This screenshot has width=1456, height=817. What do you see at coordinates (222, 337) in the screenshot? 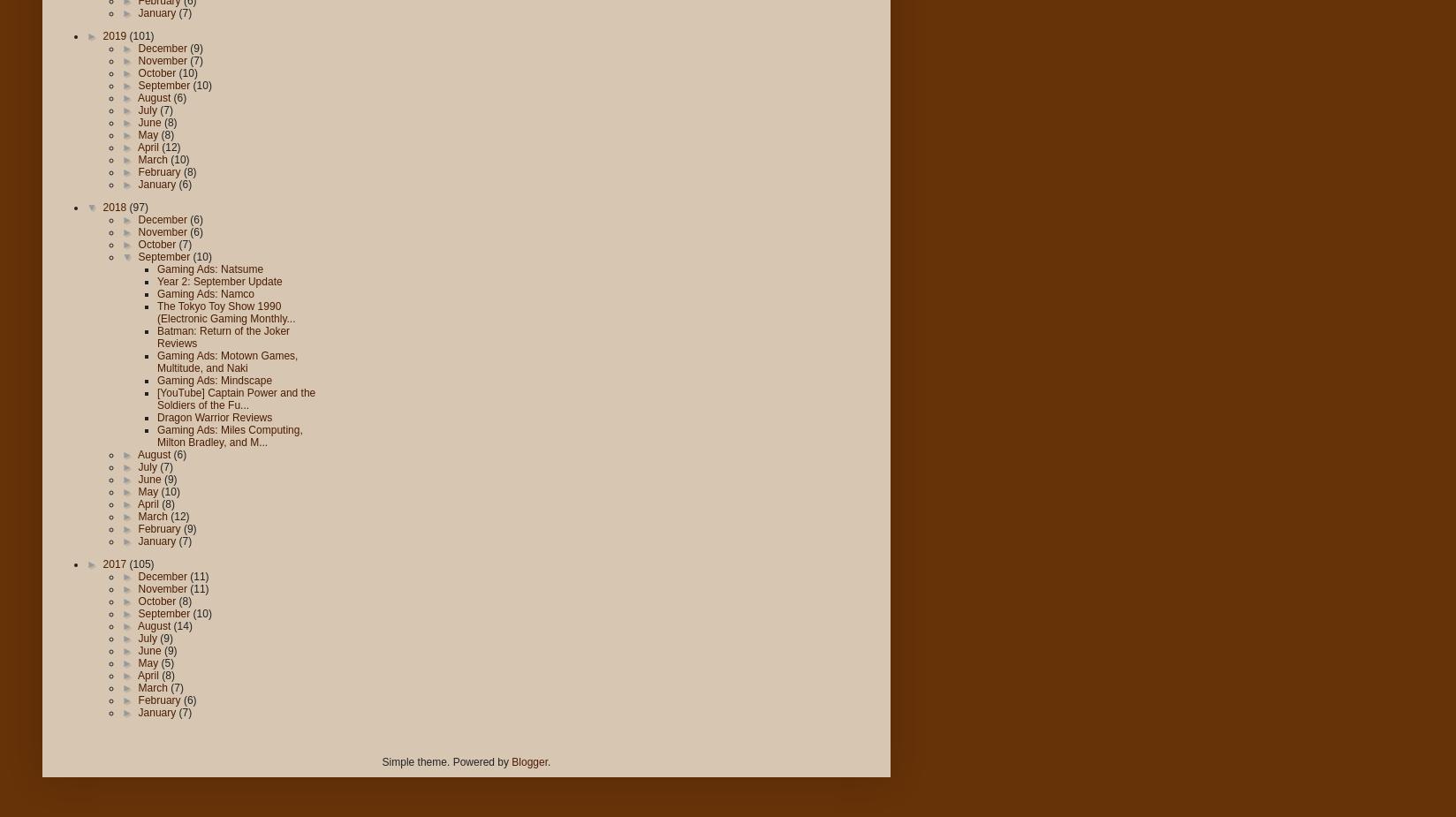
I see `'Batman: Return of the Joker Reviews'` at bounding box center [222, 337].